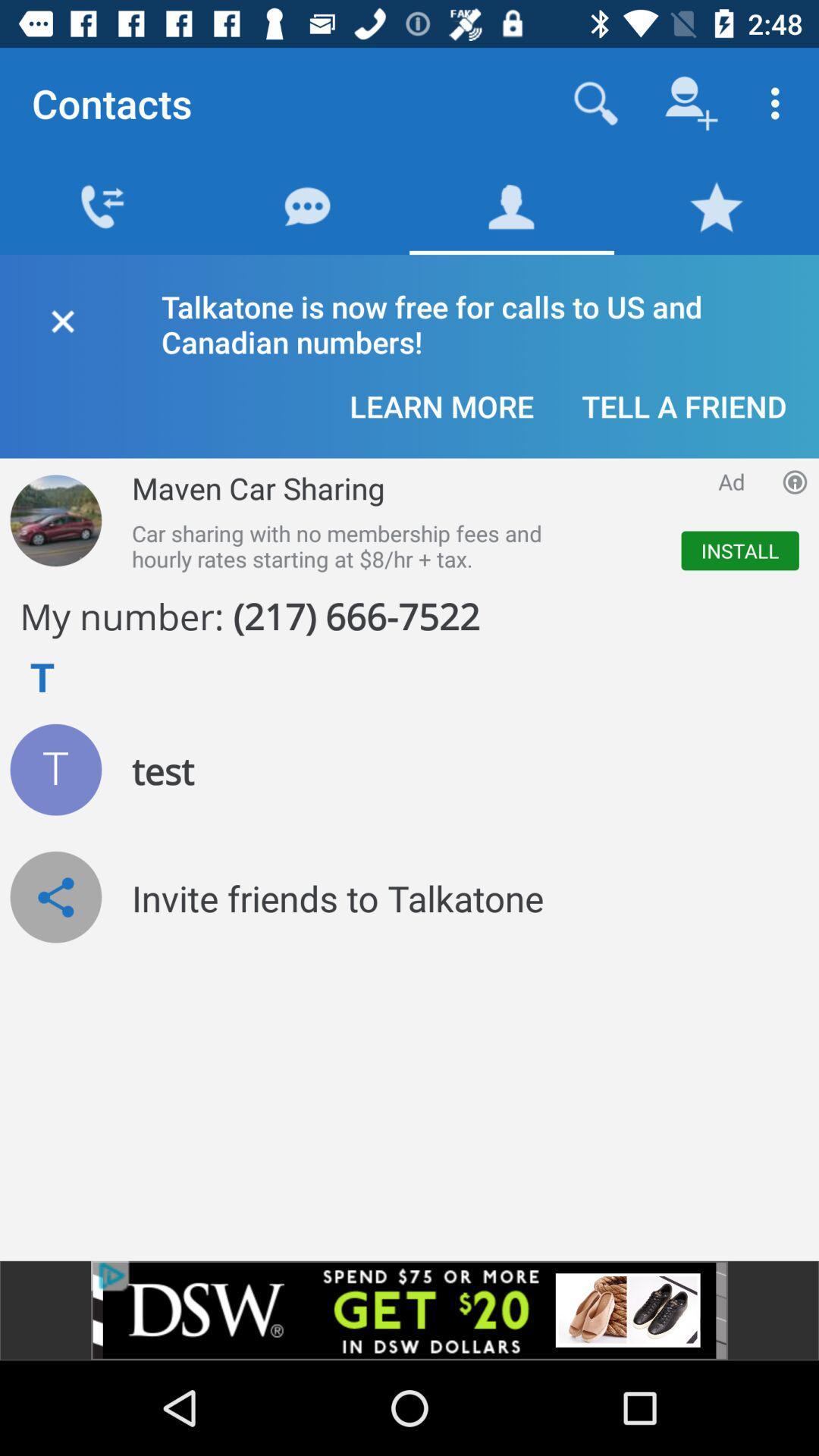 This screenshot has width=819, height=1456. What do you see at coordinates (409, 1310) in the screenshot?
I see `advertisement` at bounding box center [409, 1310].